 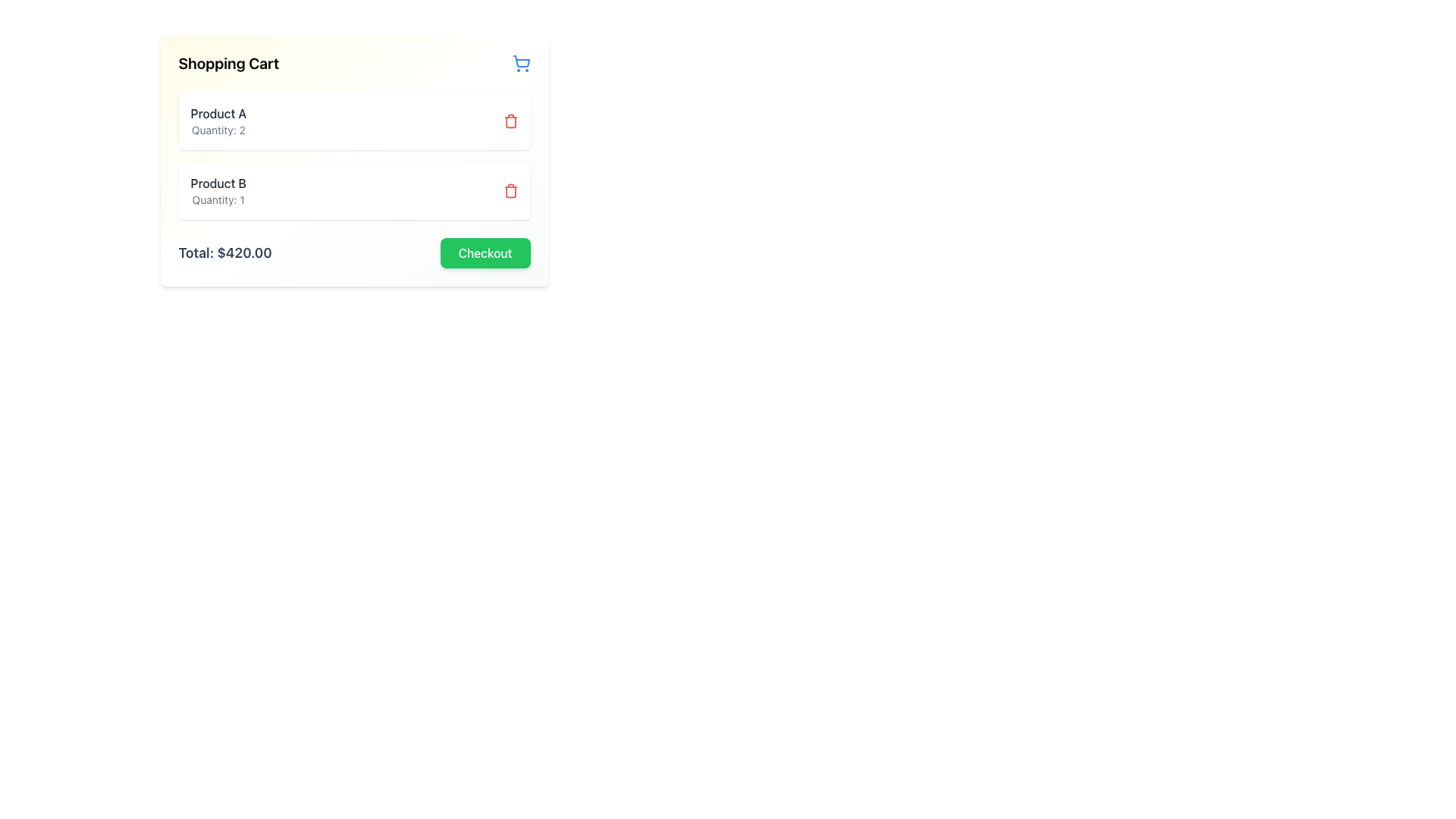 What do you see at coordinates (521, 63) in the screenshot?
I see `the shopping cart icon located to the far right of the main title text 'Shopping Cart'` at bounding box center [521, 63].